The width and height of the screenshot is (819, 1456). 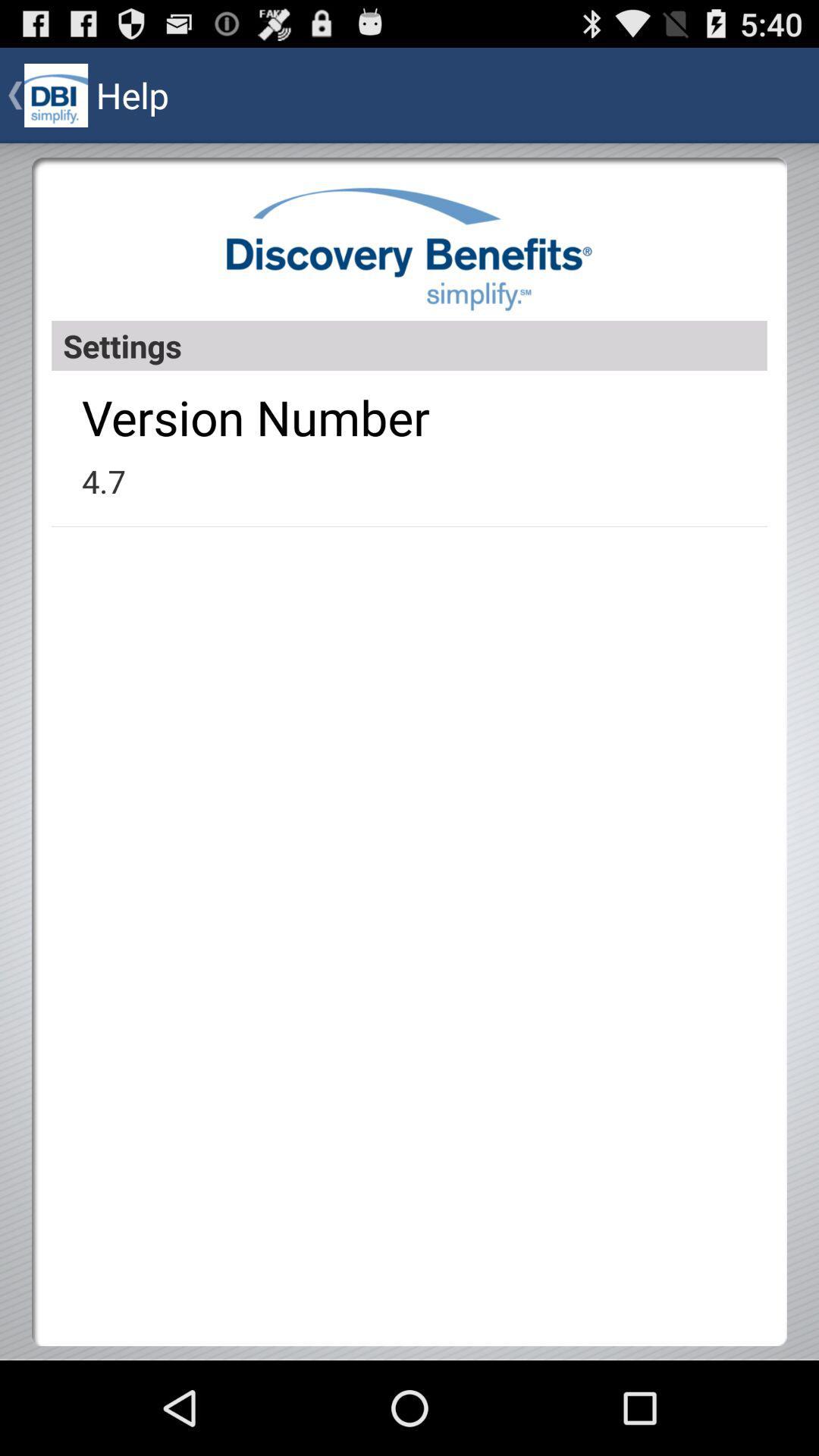 What do you see at coordinates (255, 417) in the screenshot?
I see `icon below the settings icon` at bounding box center [255, 417].